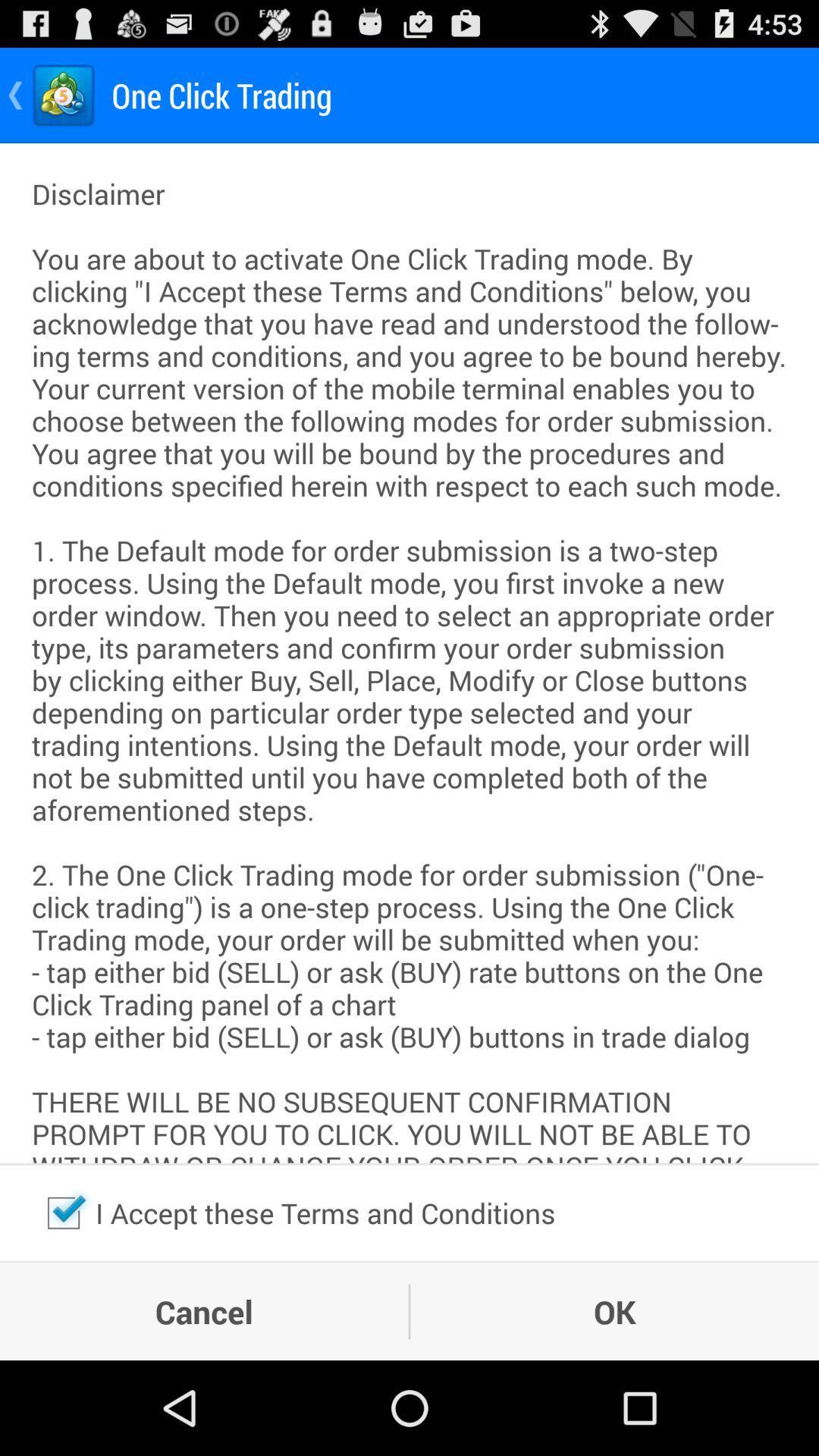 The width and height of the screenshot is (819, 1456). Describe the element at coordinates (63, 1212) in the screenshot. I see `unchecks the terms and conditions box` at that location.